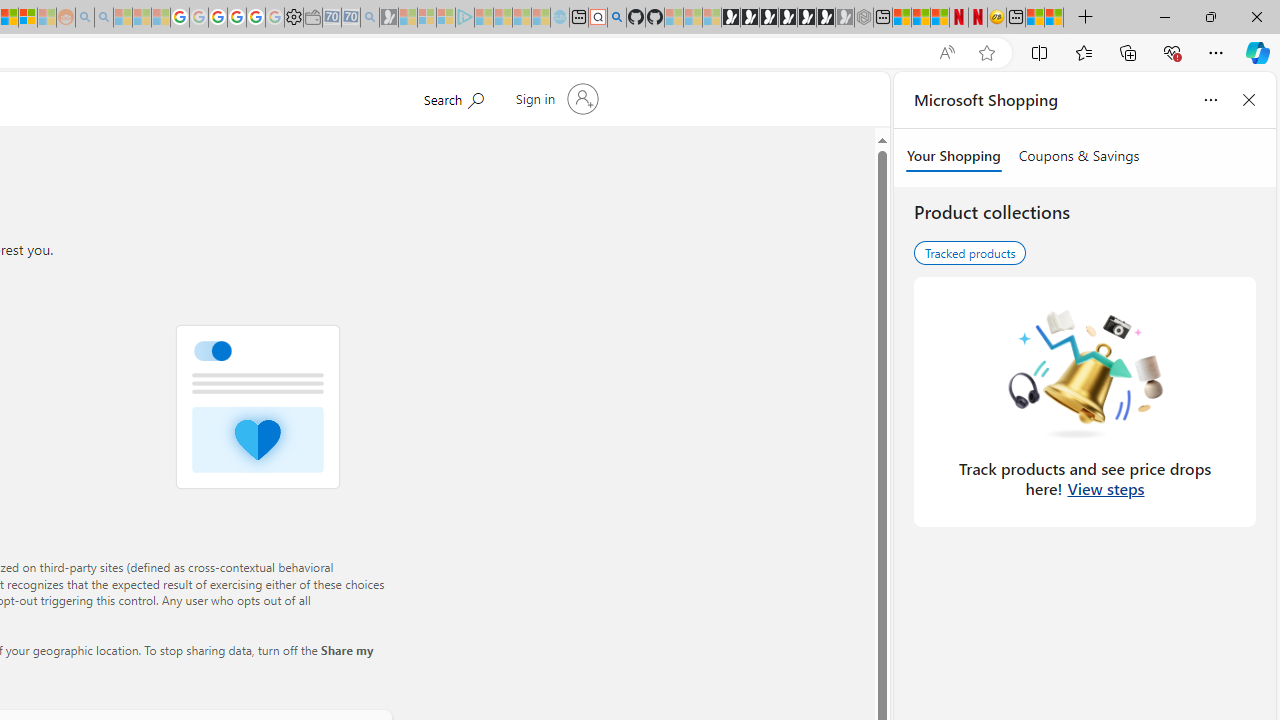 This screenshot has width=1280, height=720. I want to click on 'Search Microsoft.com', so click(452, 97).